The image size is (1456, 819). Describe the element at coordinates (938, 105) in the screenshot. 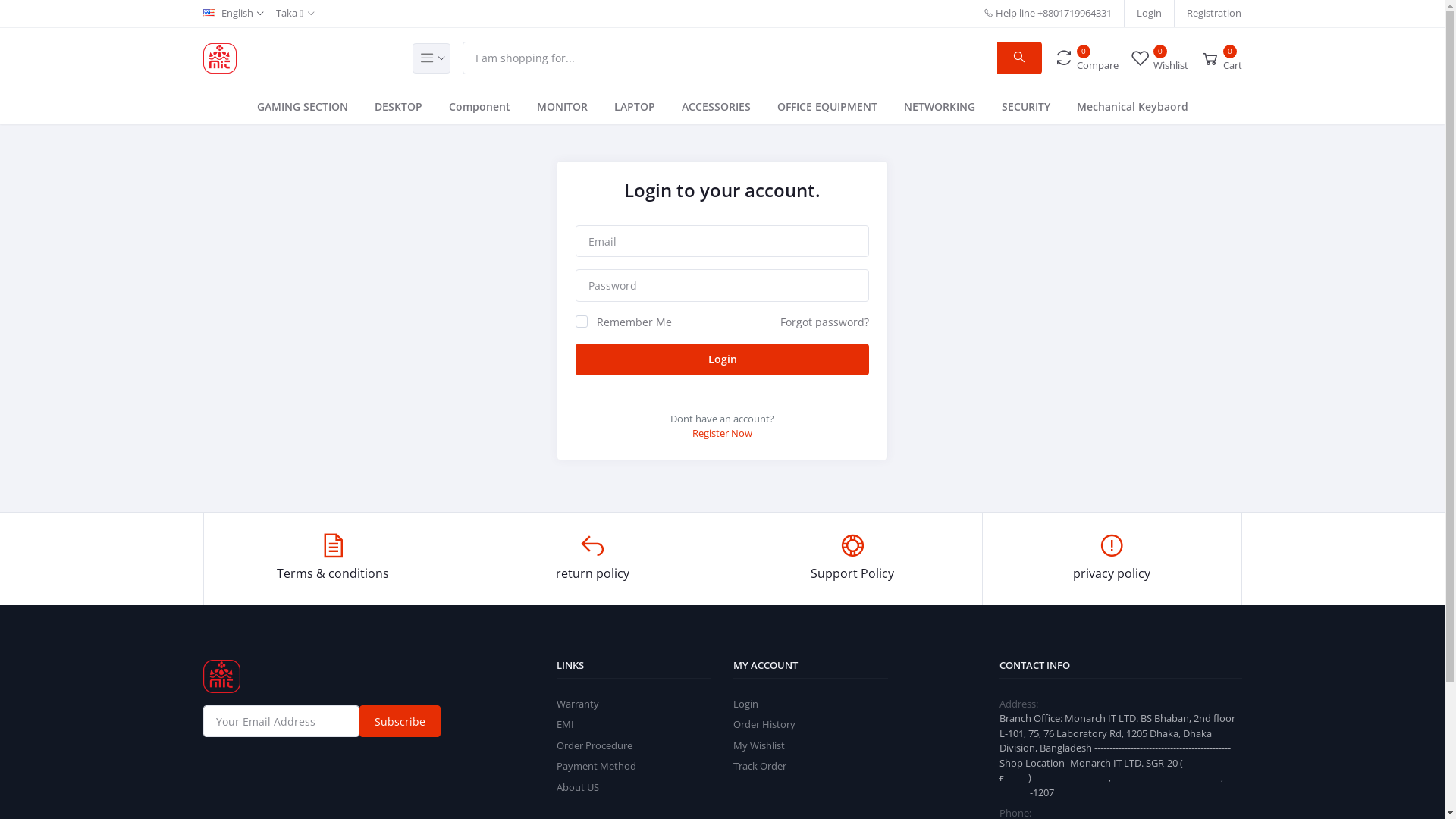

I see `'NETWORKING'` at that location.